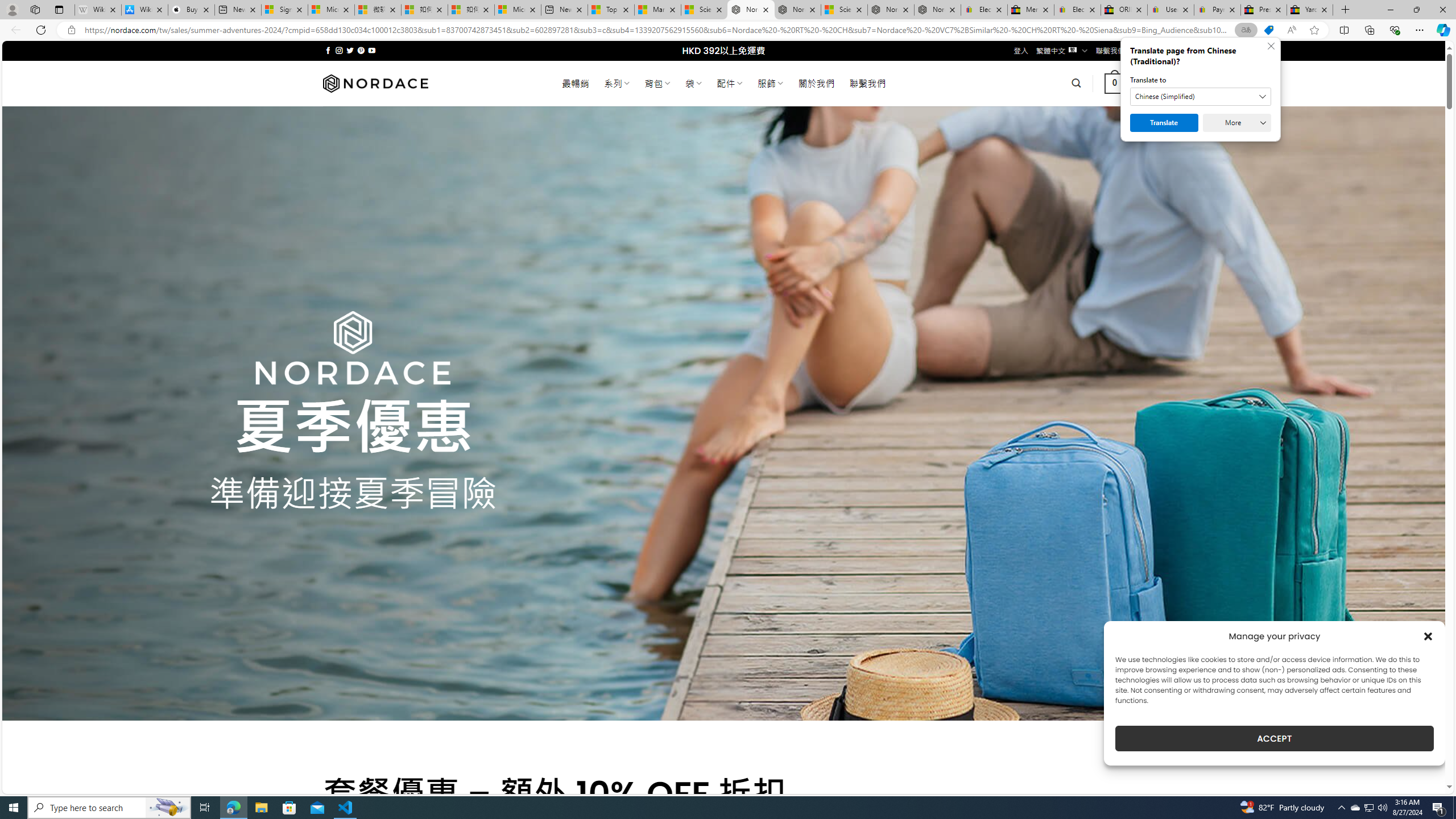 The width and height of the screenshot is (1456, 819). What do you see at coordinates (375, 82) in the screenshot?
I see `'Nordace'` at bounding box center [375, 82].